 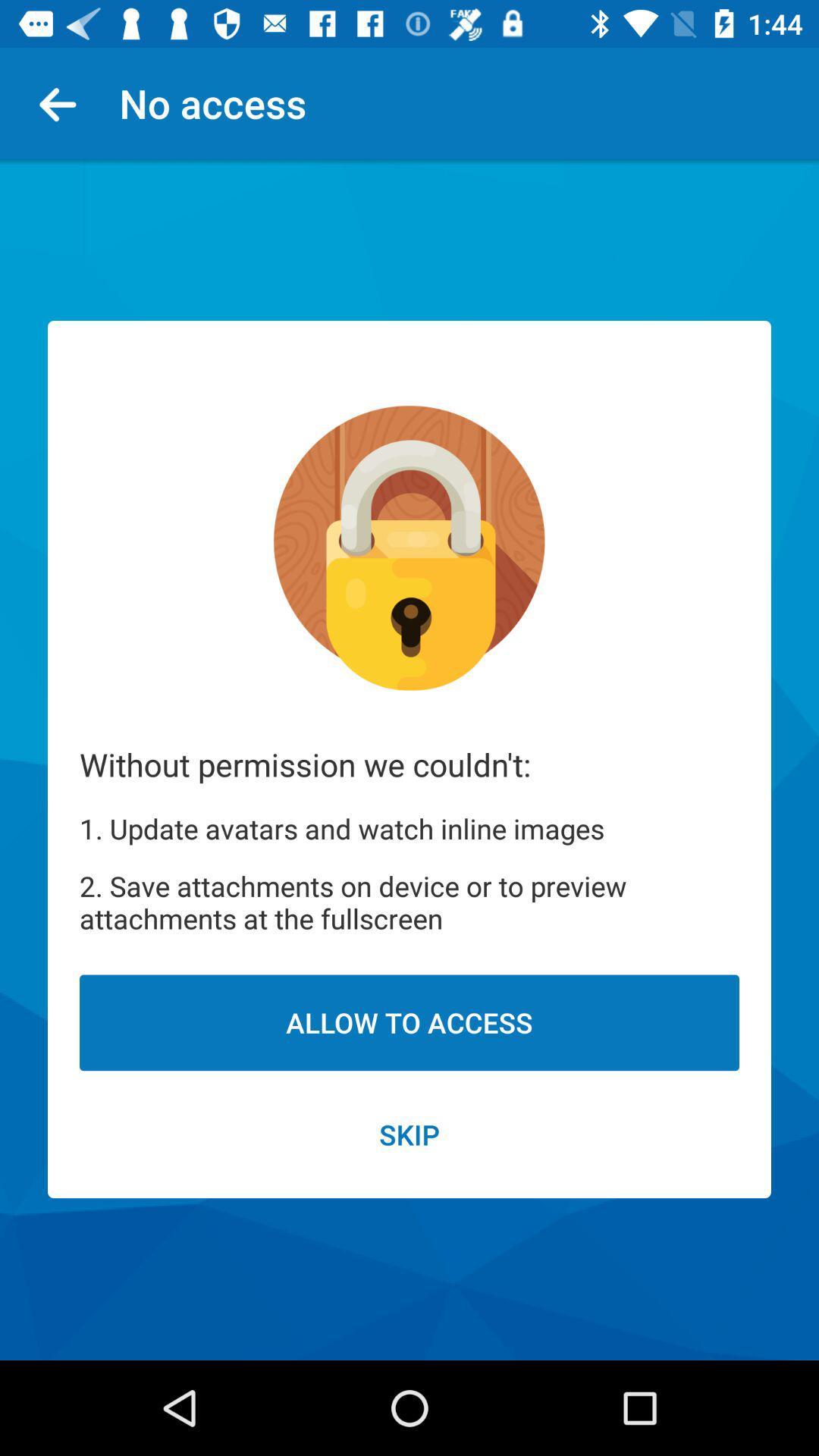 What do you see at coordinates (409, 1134) in the screenshot?
I see `the skip` at bounding box center [409, 1134].